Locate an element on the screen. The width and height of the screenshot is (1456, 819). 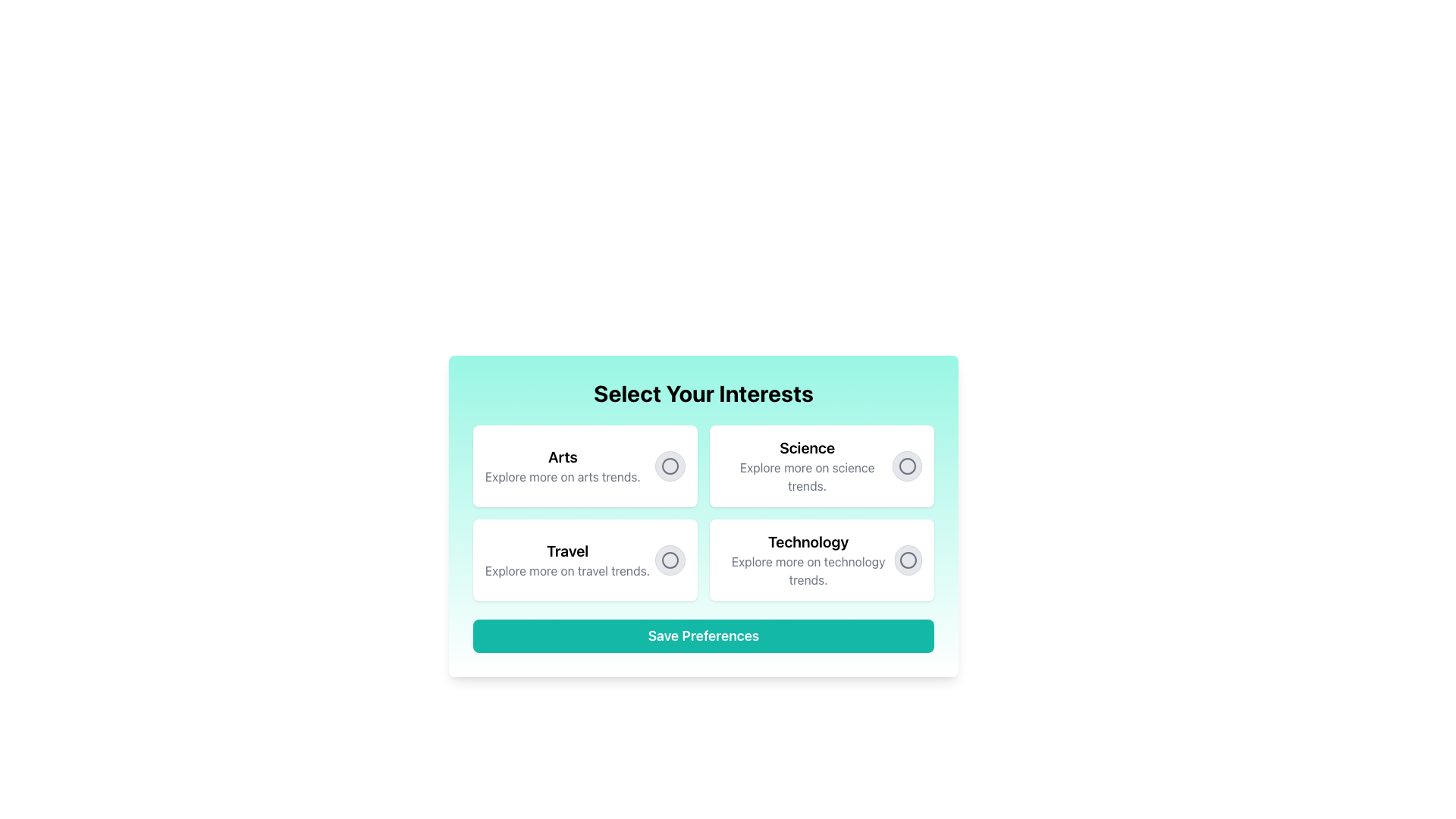
the text label that serves as a title for its associated card, located in the lower-left quadrant of the interface, specifically the third card below the 'Arts' card and to the left of the 'Technology' card is located at coordinates (566, 551).